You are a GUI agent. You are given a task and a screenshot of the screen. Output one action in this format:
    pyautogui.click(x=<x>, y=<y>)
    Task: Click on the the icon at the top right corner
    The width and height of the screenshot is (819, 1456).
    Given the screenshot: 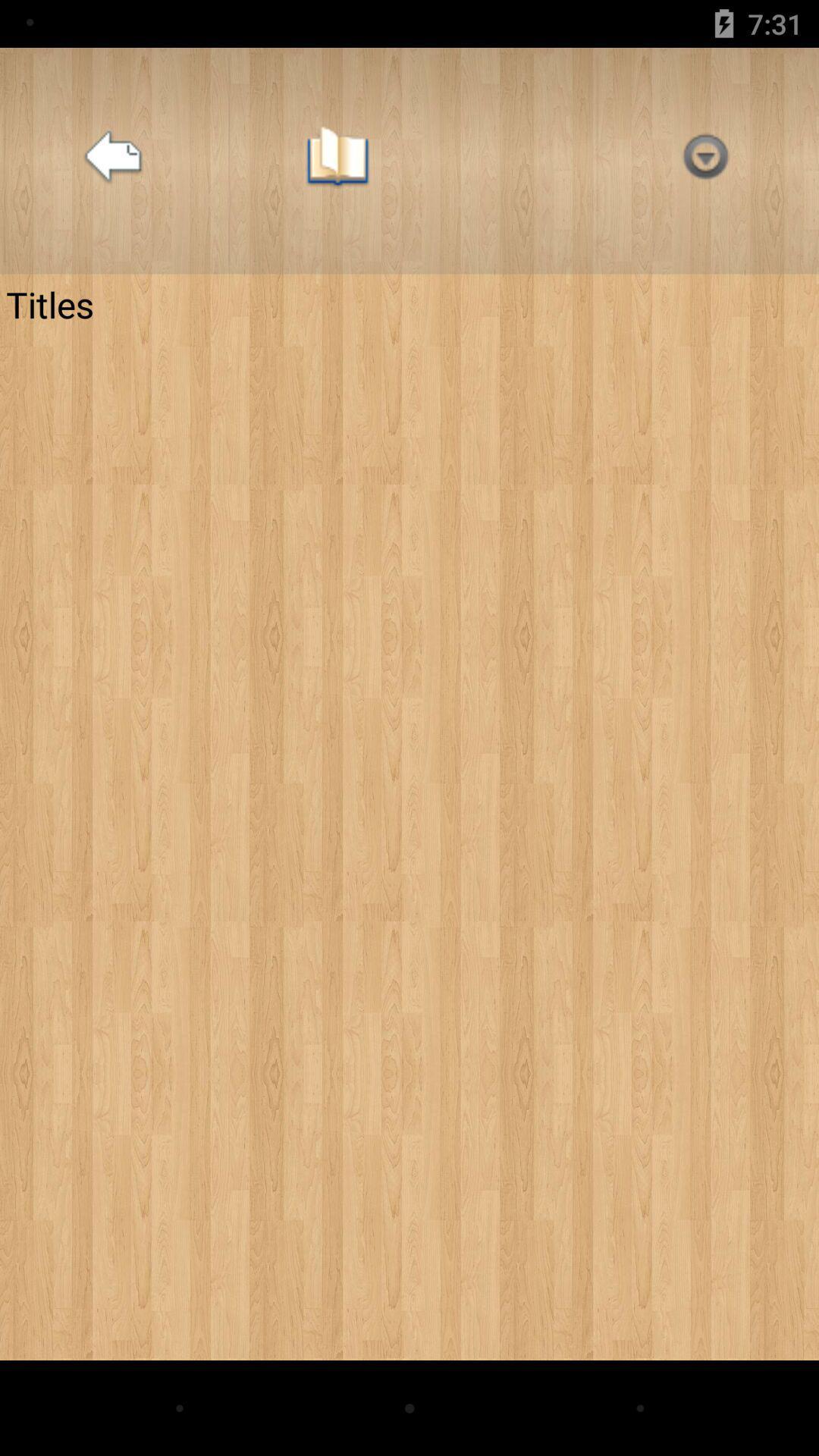 What is the action you would take?
    pyautogui.click(x=705, y=161)
    